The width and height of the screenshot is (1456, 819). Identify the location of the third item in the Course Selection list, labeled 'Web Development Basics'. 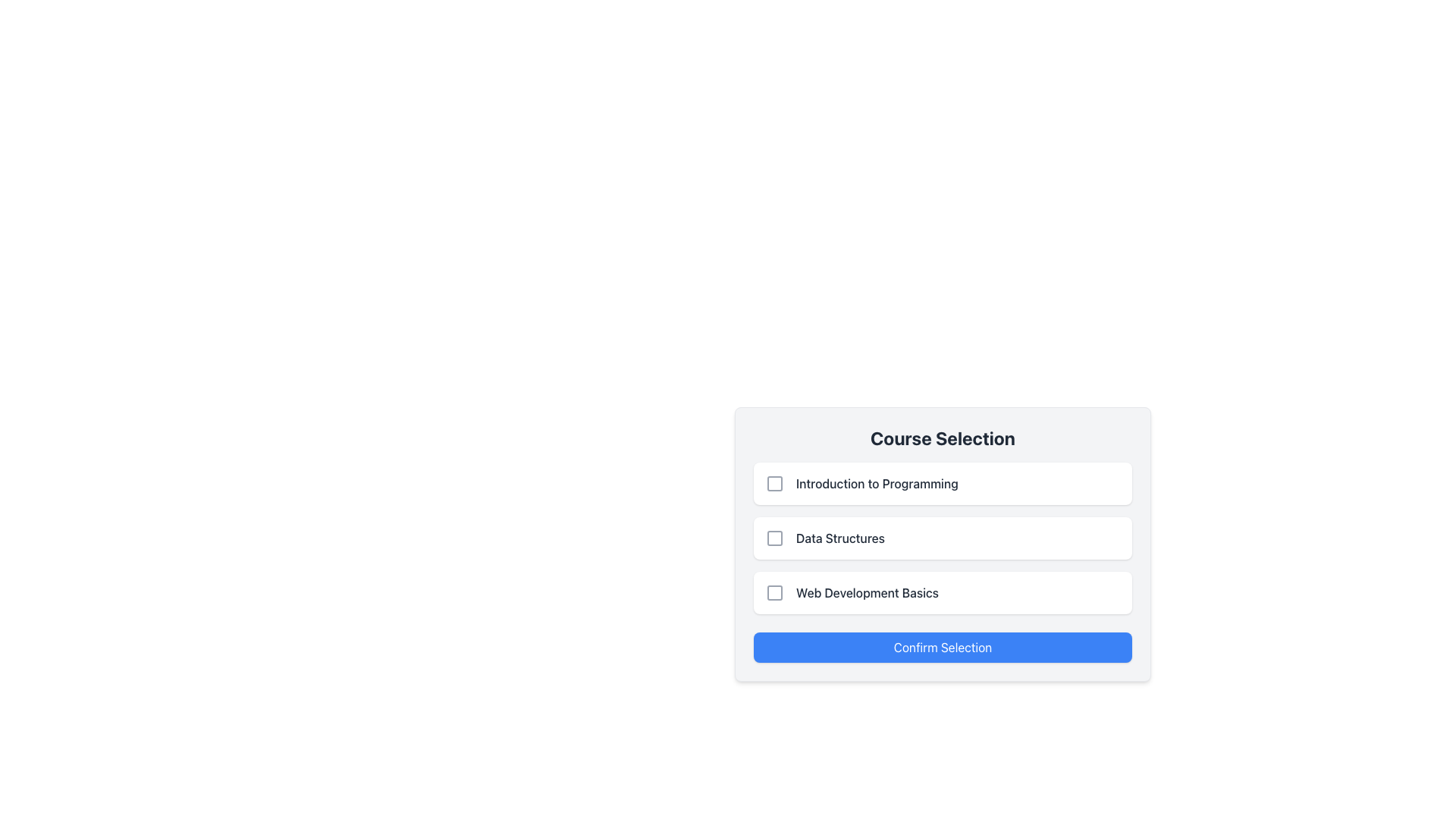
(942, 592).